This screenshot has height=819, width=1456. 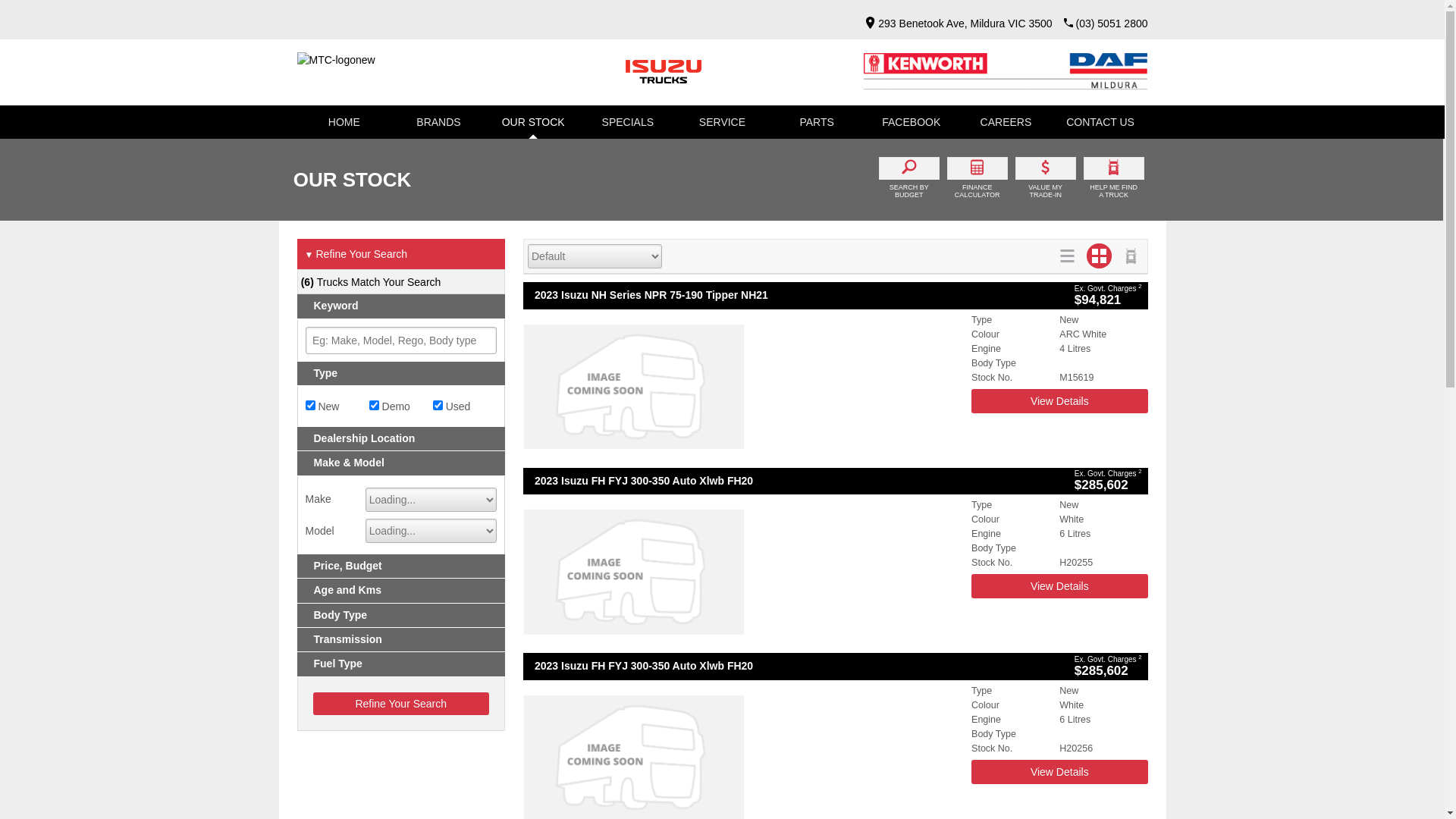 What do you see at coordinates (401, 639) in the screenshot?
I see `'Transmission'` at bounding box center [401, 639].